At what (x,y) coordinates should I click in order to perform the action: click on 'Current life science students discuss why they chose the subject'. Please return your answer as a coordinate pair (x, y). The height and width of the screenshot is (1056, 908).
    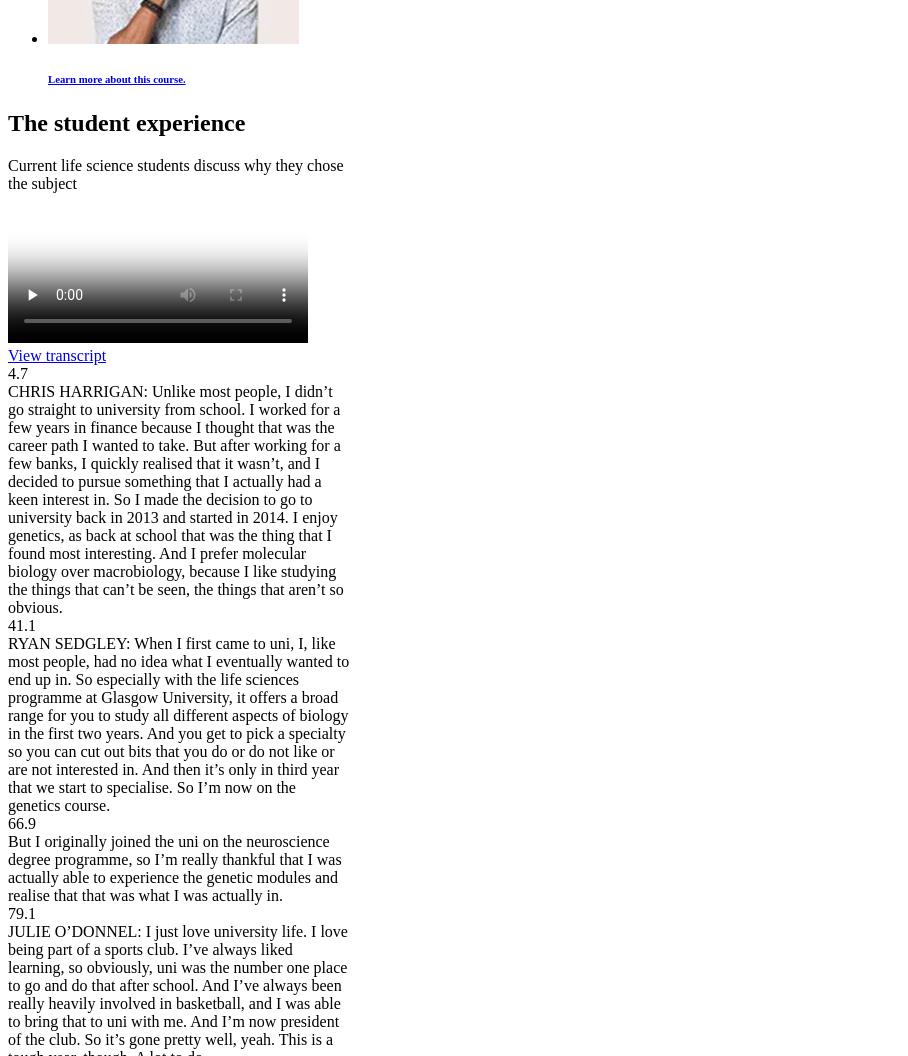
    Looking at the image, I should click on (6, 174).